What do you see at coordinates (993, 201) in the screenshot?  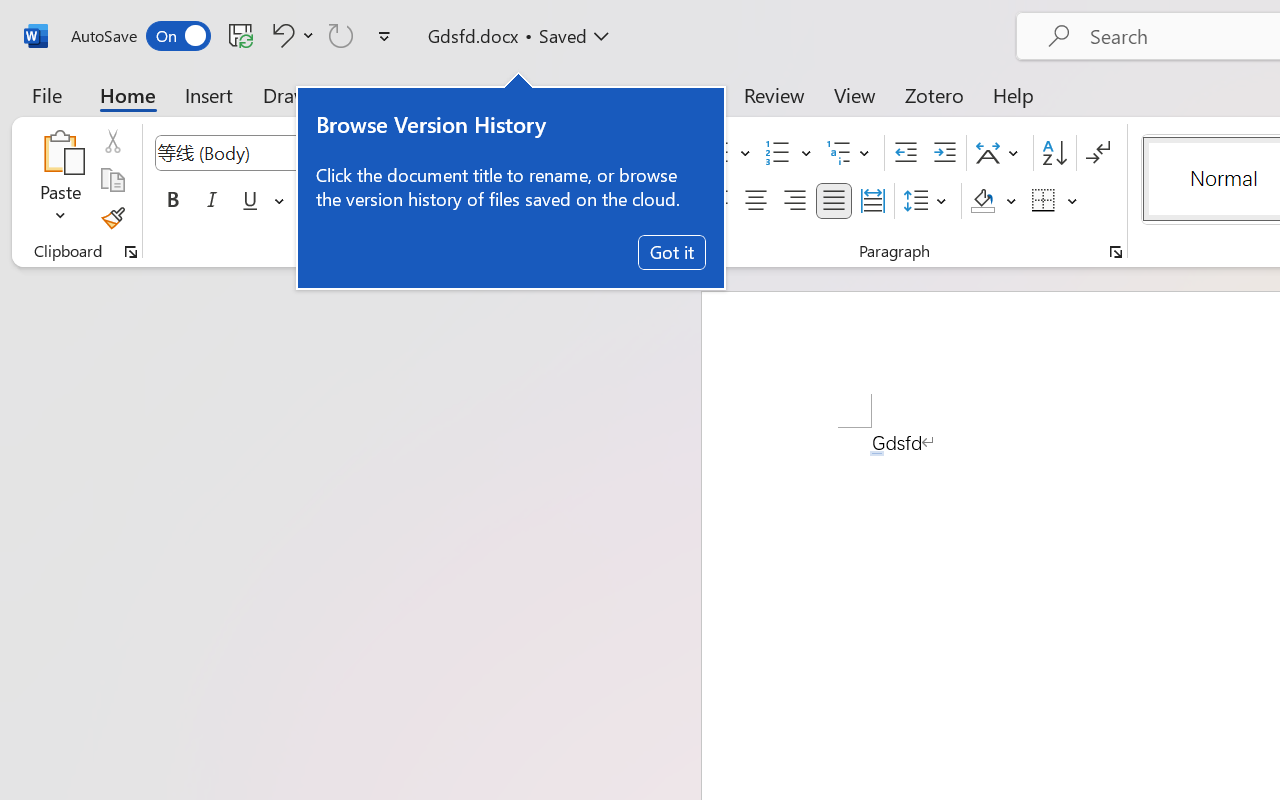 I see `'Shading'` at bounding box center [993, 201].